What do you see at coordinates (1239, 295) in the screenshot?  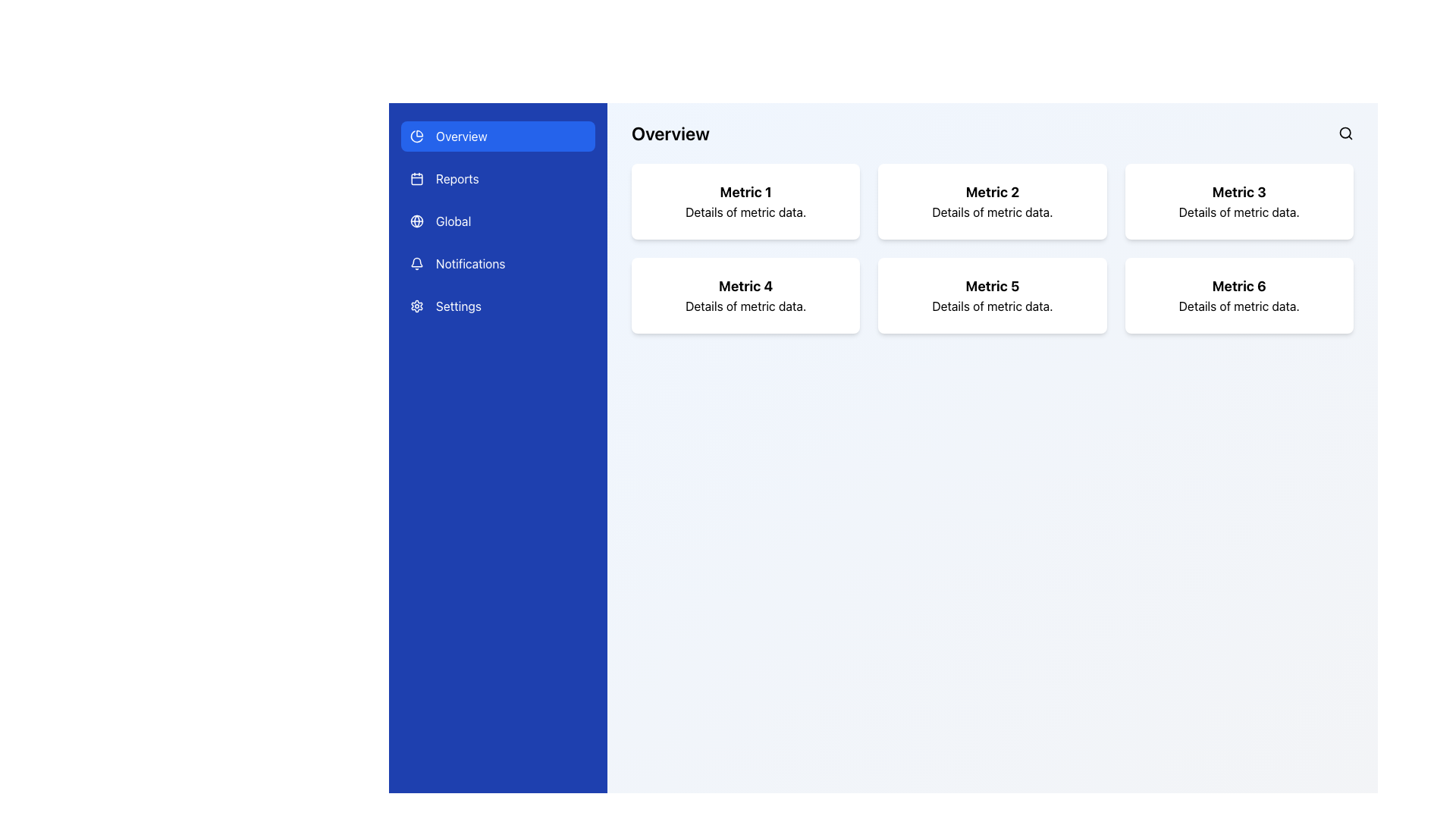 I see `the 'Metric 6' Interactive Card located at the bottom-right corner of the grid structure` at bounding box center [1239, 295].